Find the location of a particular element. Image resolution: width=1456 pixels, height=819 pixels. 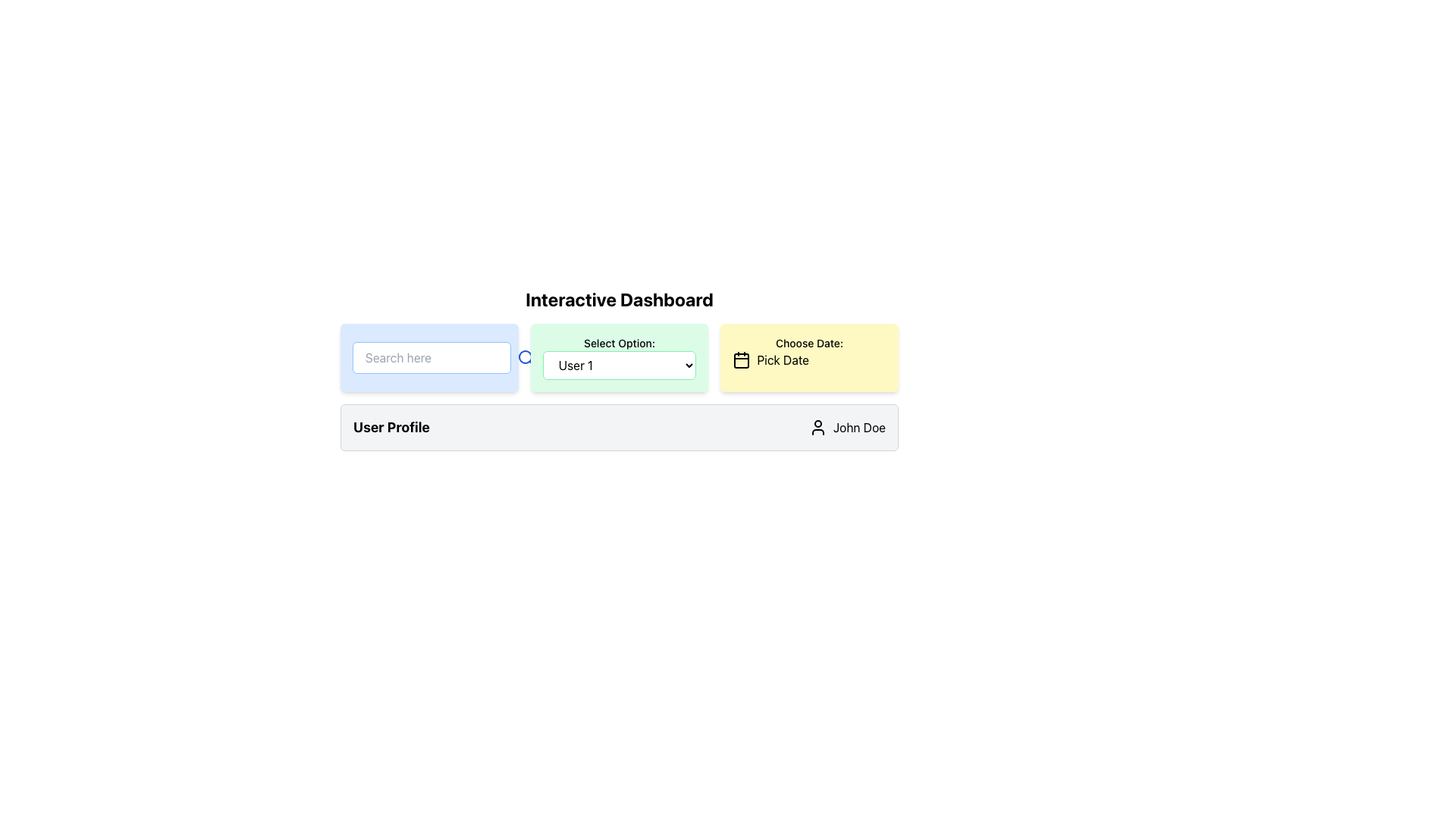

the small circle at the center of the magnifying glass of the search icon, which is positioned to the right of the 'Search here' input field is located at coordinates (525, 356).